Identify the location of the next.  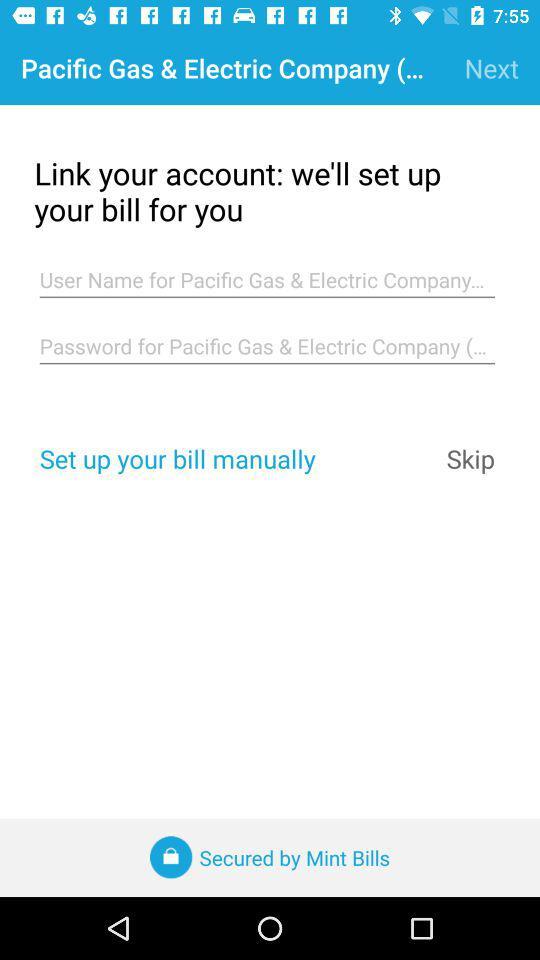
(490, 68).